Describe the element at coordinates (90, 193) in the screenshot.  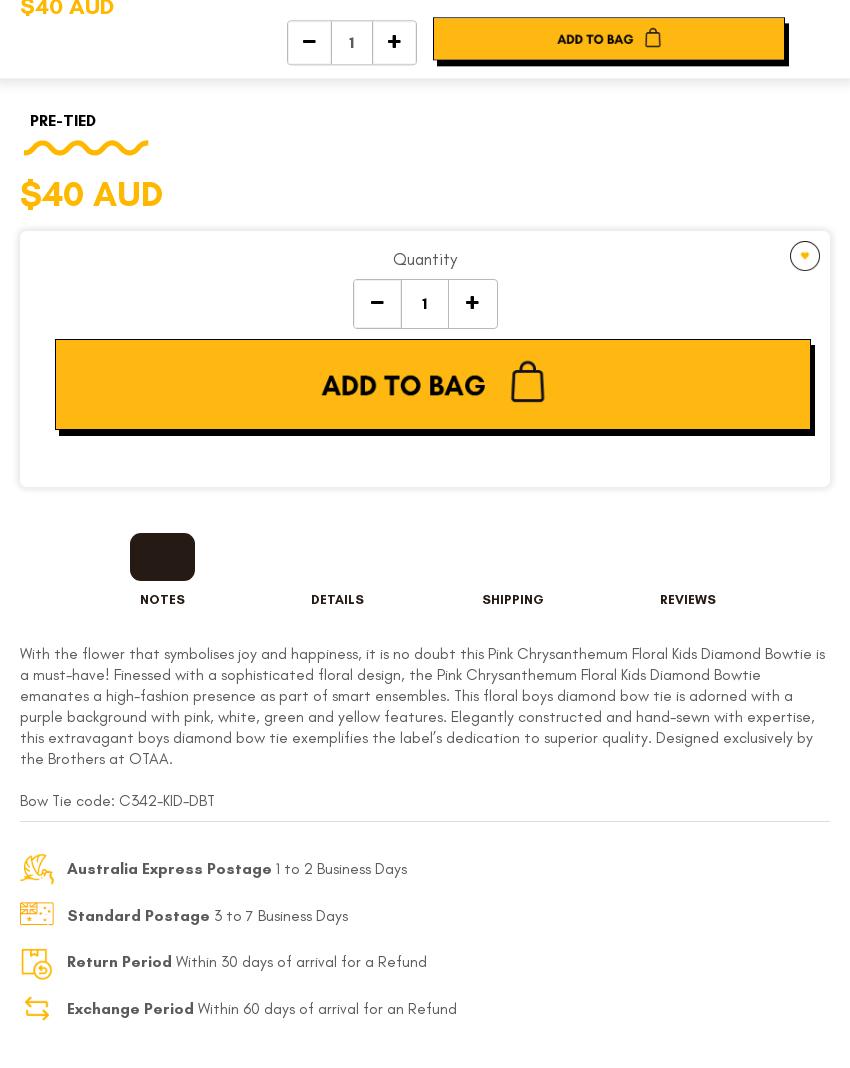
I see `'$40 AUD'` at that location.